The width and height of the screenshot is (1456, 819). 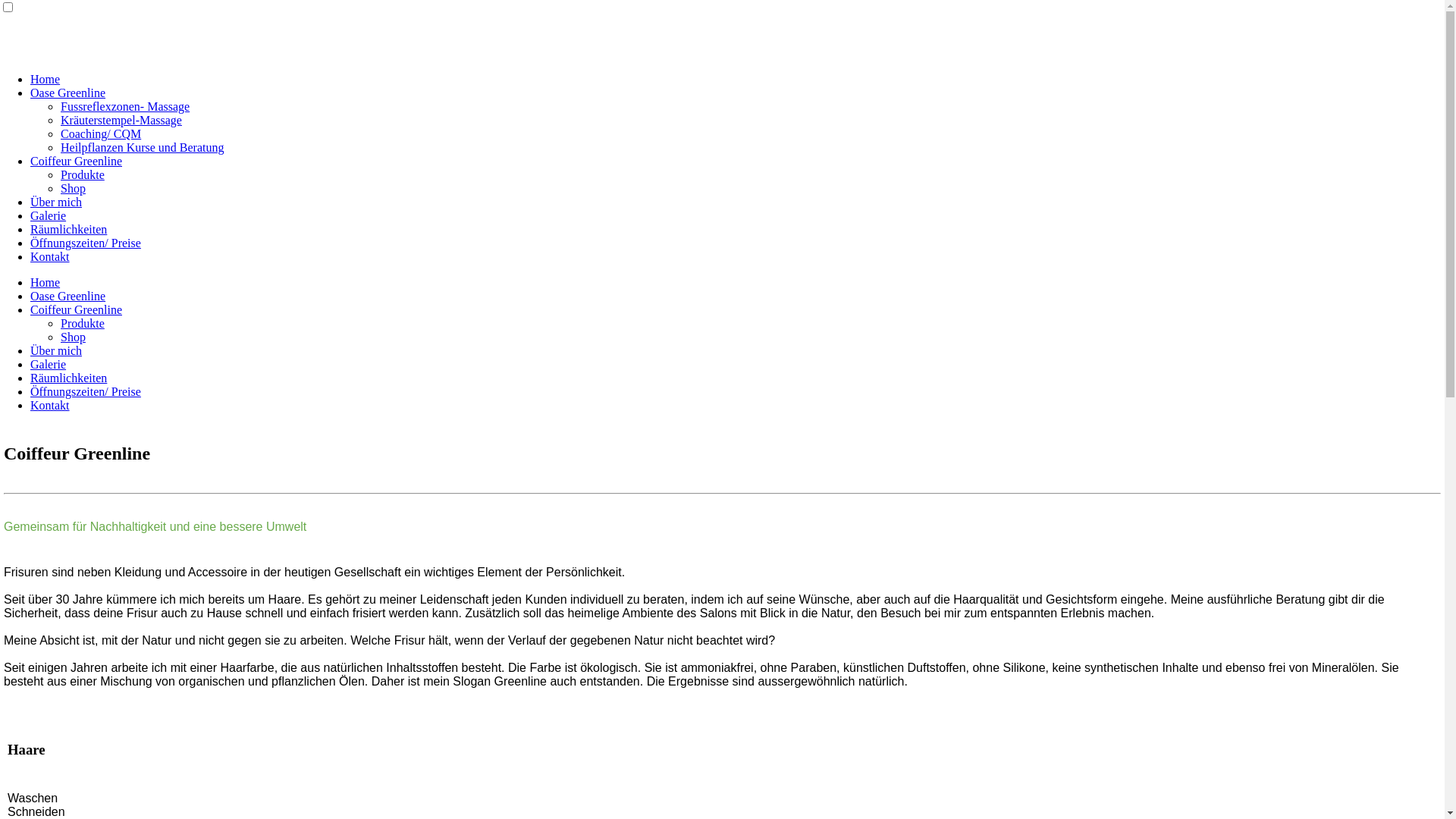 I want to click on 'Kontakt', so click(x=50, y=256).